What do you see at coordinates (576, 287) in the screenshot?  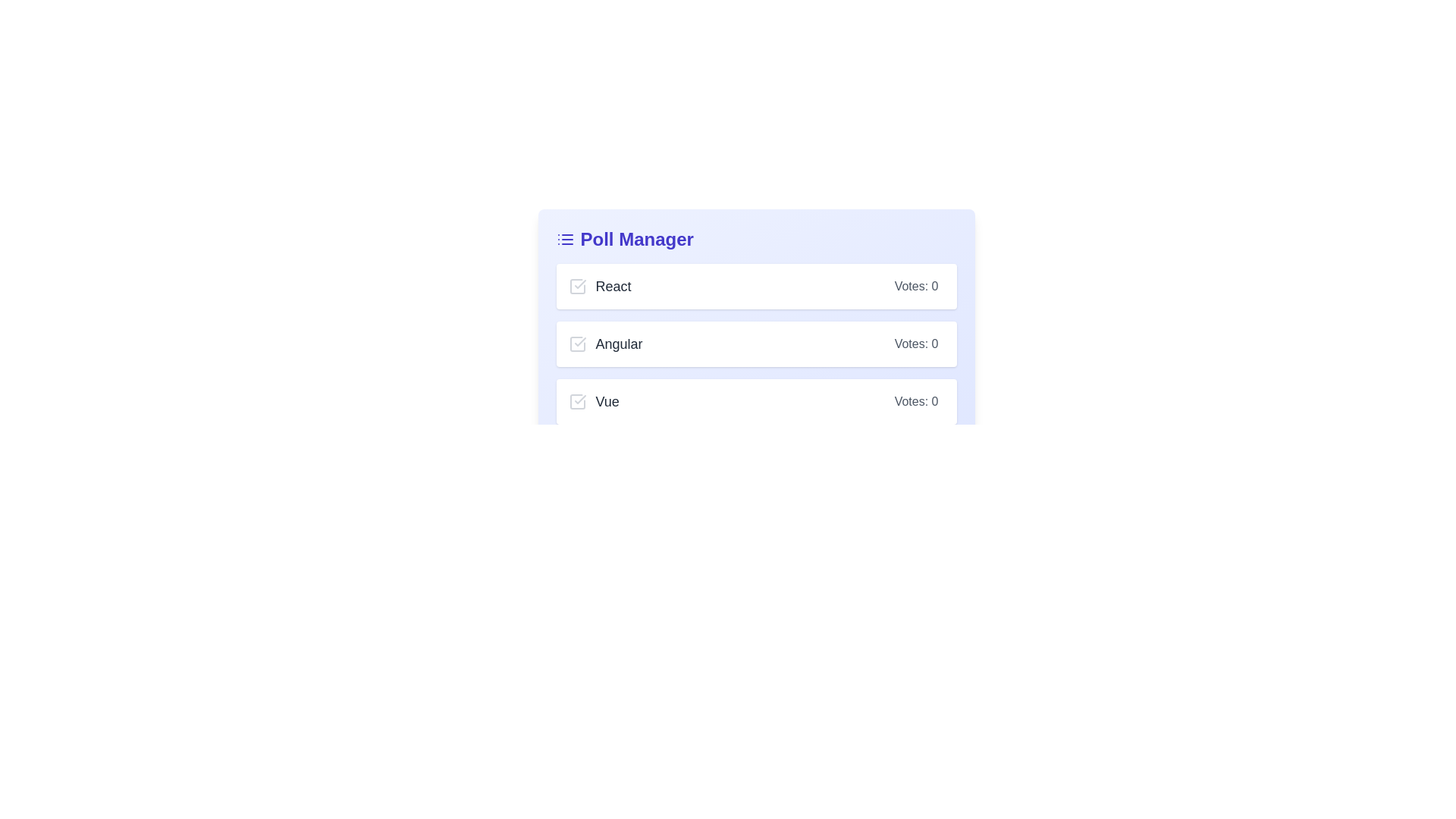 I see `the checkbox located to the left of the text 'React'` at bounding box center [576, 287].